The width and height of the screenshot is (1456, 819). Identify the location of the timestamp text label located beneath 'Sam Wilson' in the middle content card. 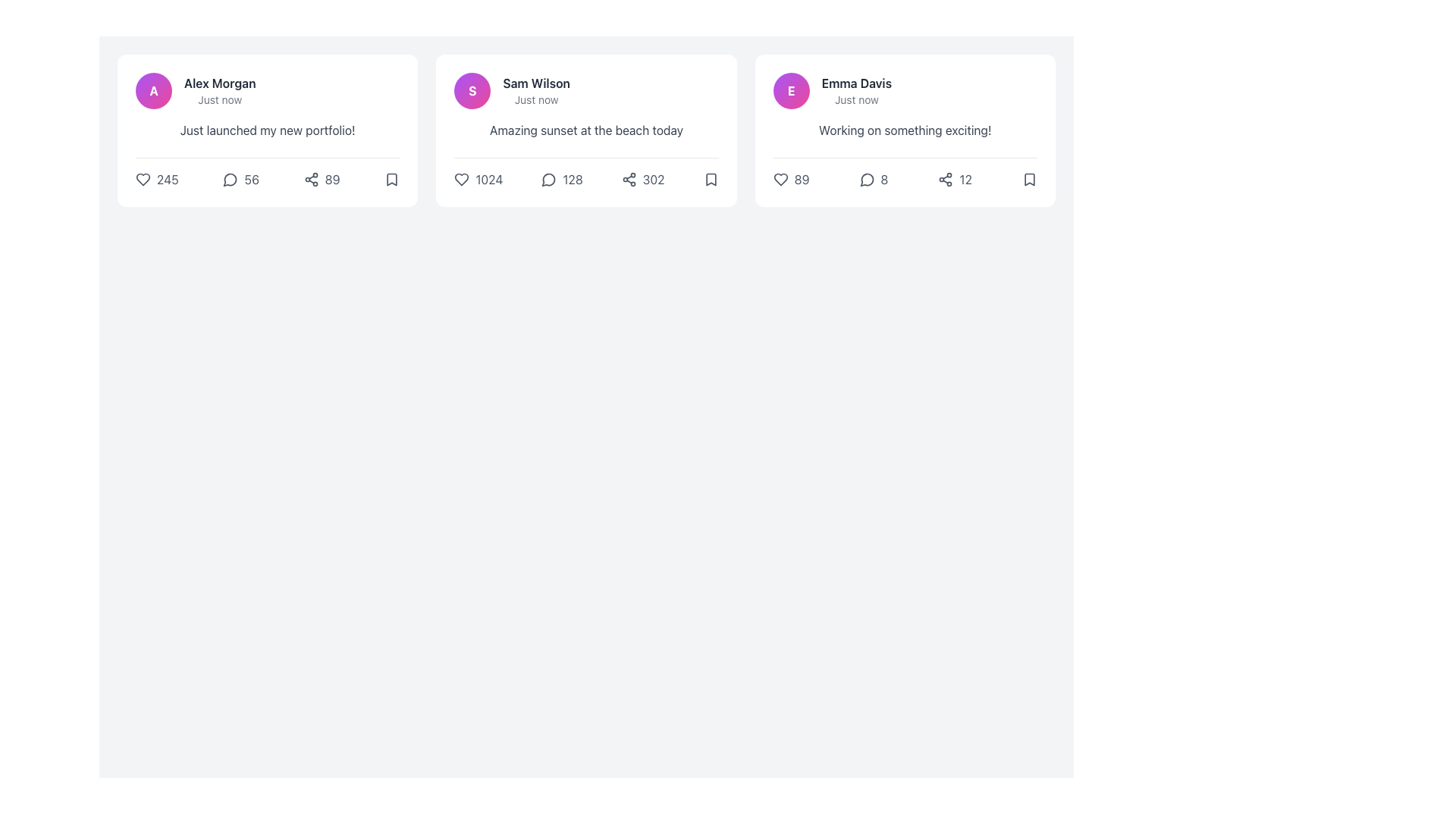
(536, 99).